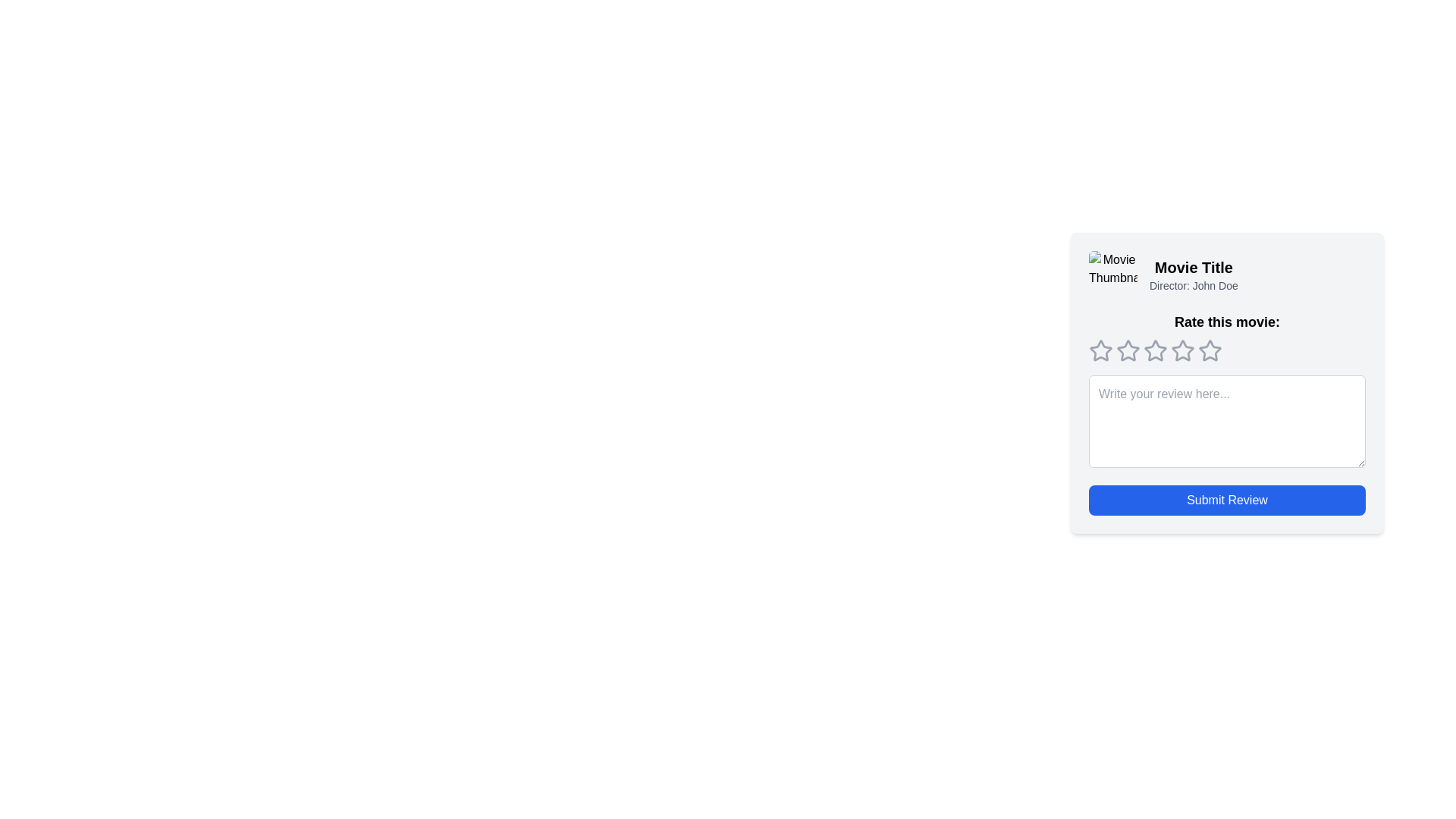  Describe the element at coordinates (1154, 350) in the screenshot. I see `the third star-shaped icon button with a gray outline, which is part of the rating system under the 'Rate this movie' label` at that location.